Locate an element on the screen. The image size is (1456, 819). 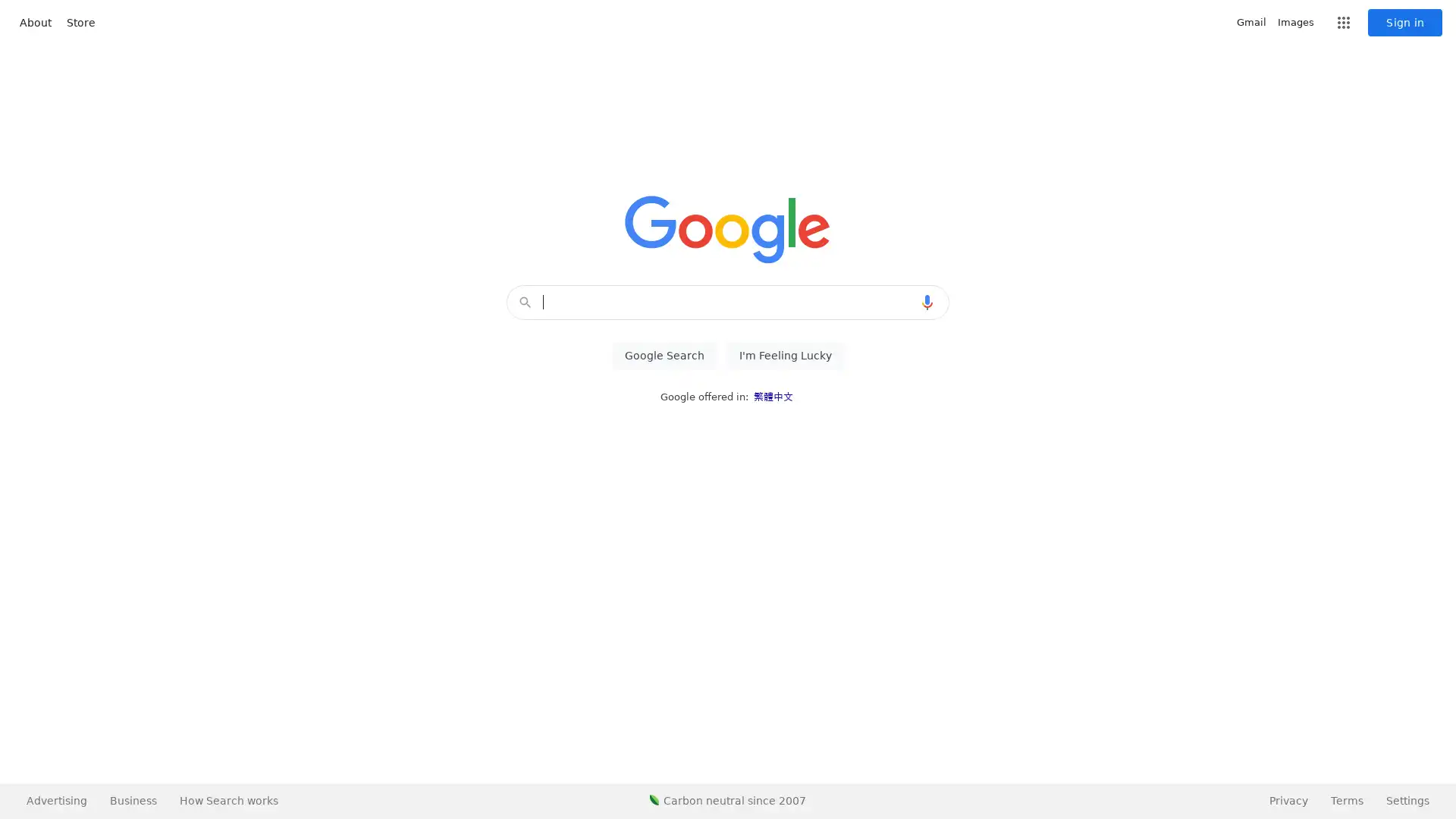
Google apps is located at coordinates (1343, 23).